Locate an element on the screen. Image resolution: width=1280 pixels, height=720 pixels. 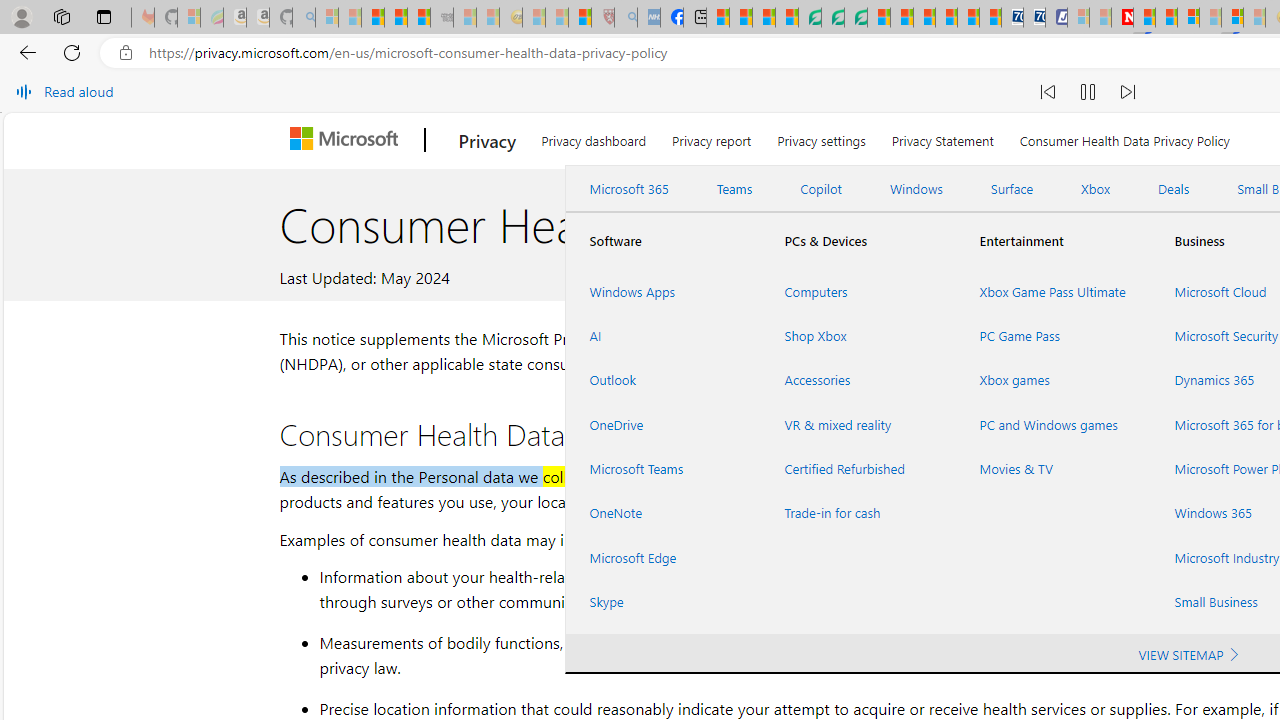
'Xbox games' is located at coordinates (1051, 380).